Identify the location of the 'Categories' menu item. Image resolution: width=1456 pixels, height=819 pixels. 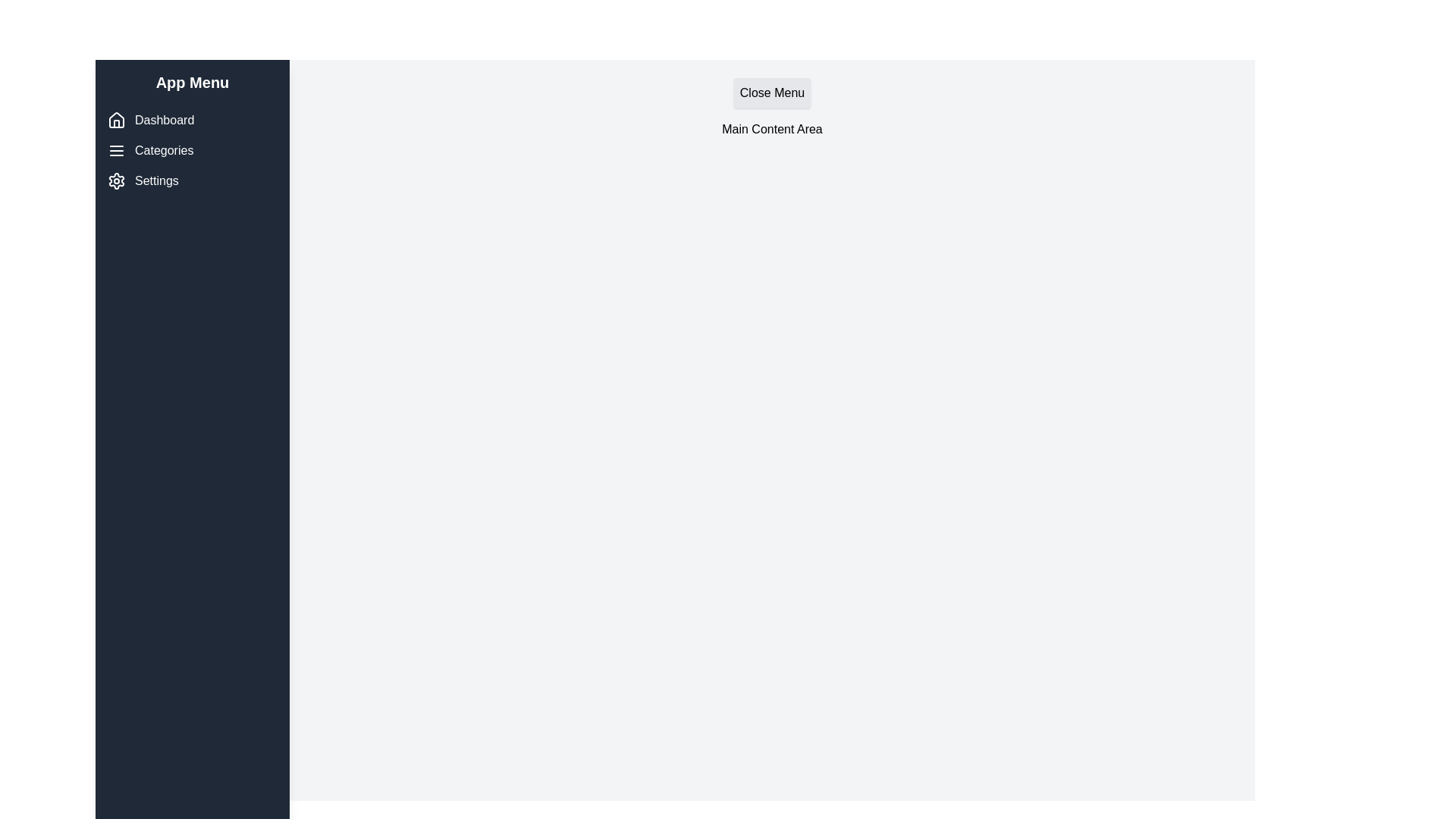
(192, 151).